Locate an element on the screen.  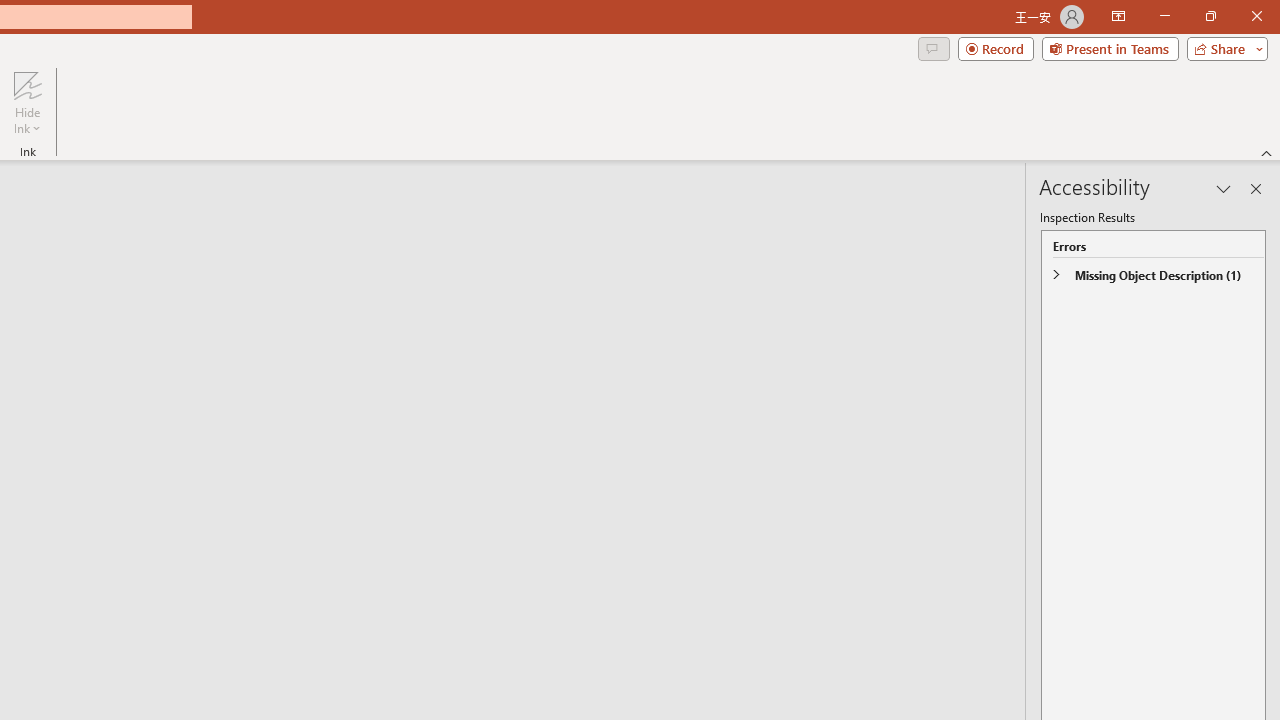
'Hide Ink' is located at coordinates (27, 84).